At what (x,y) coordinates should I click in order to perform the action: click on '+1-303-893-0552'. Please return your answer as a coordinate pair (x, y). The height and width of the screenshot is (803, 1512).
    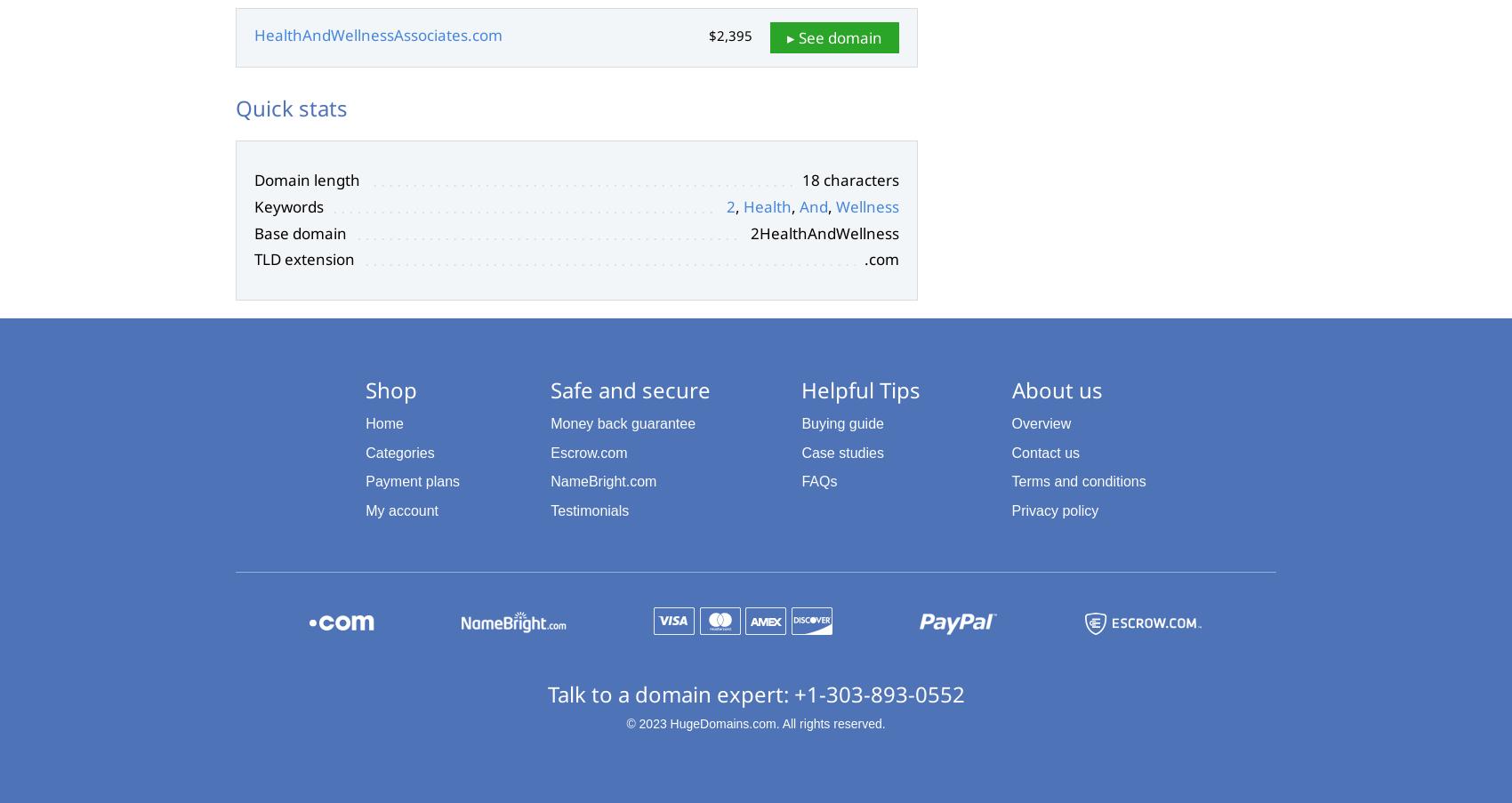
    Looking at the image, I should click on (878, 692).